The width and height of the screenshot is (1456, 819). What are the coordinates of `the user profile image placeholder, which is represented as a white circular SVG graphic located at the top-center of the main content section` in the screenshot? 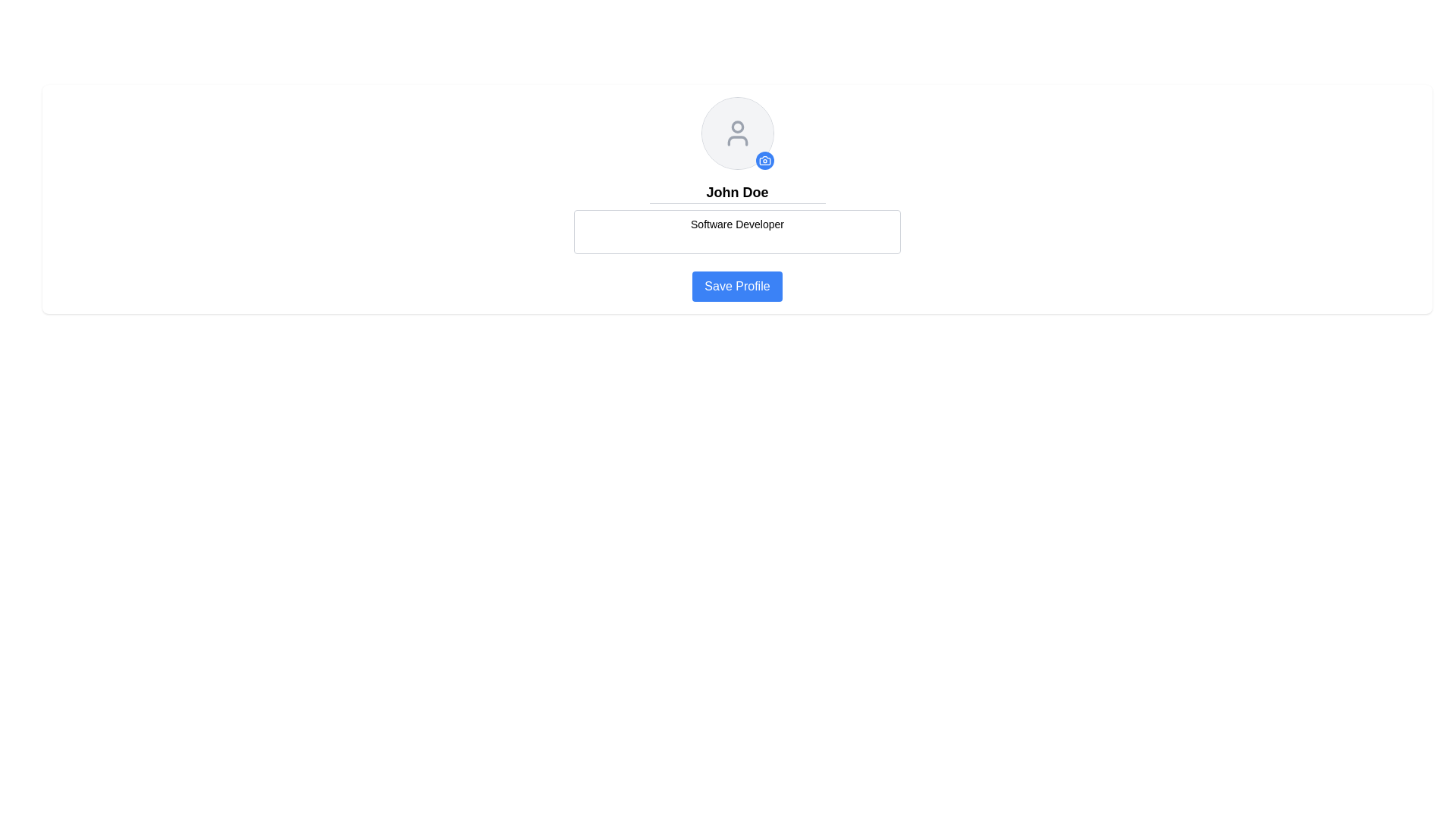 It's located at (737, 133).